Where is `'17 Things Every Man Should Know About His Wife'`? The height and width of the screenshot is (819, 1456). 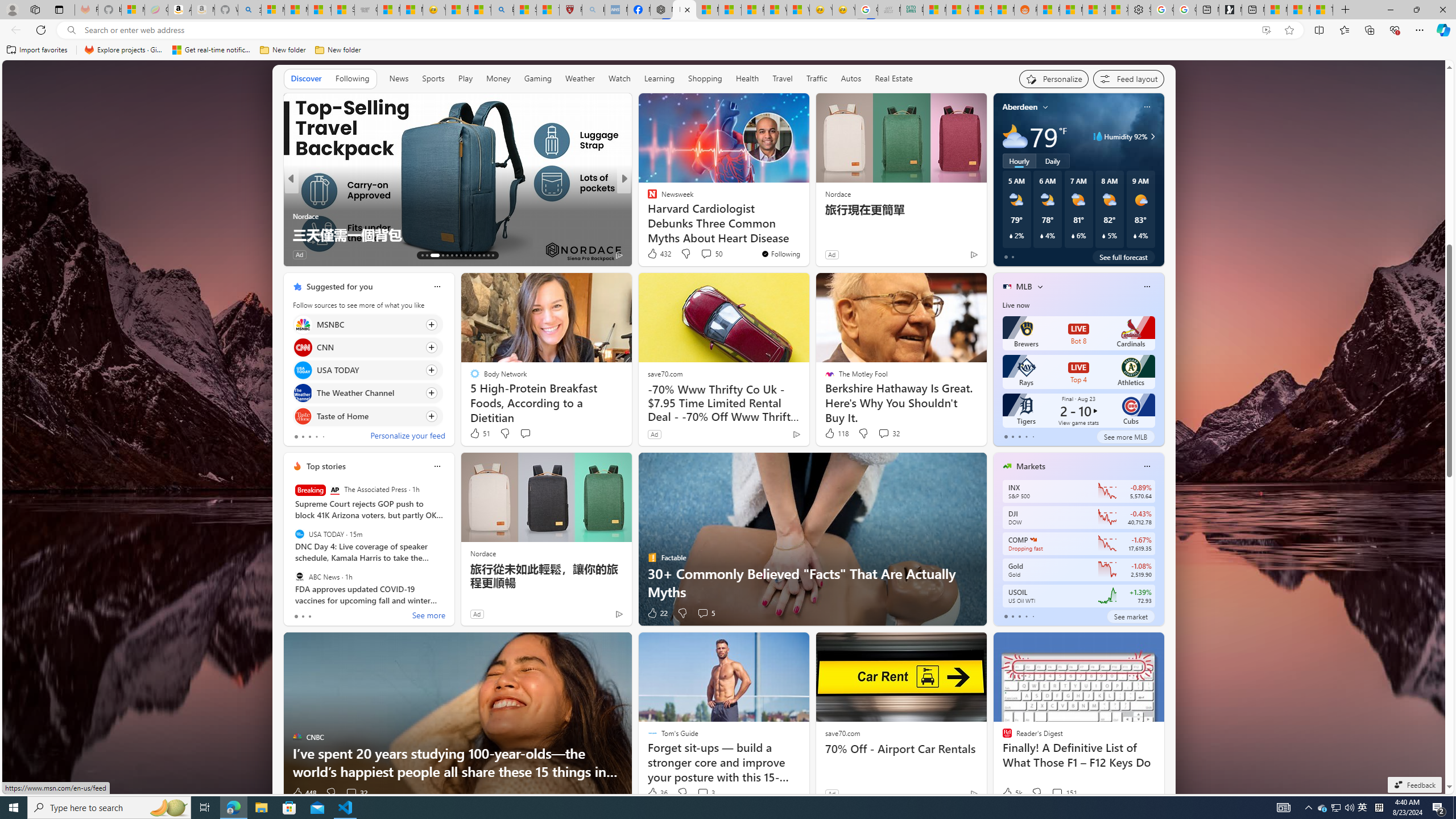 '17 Things Every Man Should Know About His Wife' is located at coordinates (806, 233).